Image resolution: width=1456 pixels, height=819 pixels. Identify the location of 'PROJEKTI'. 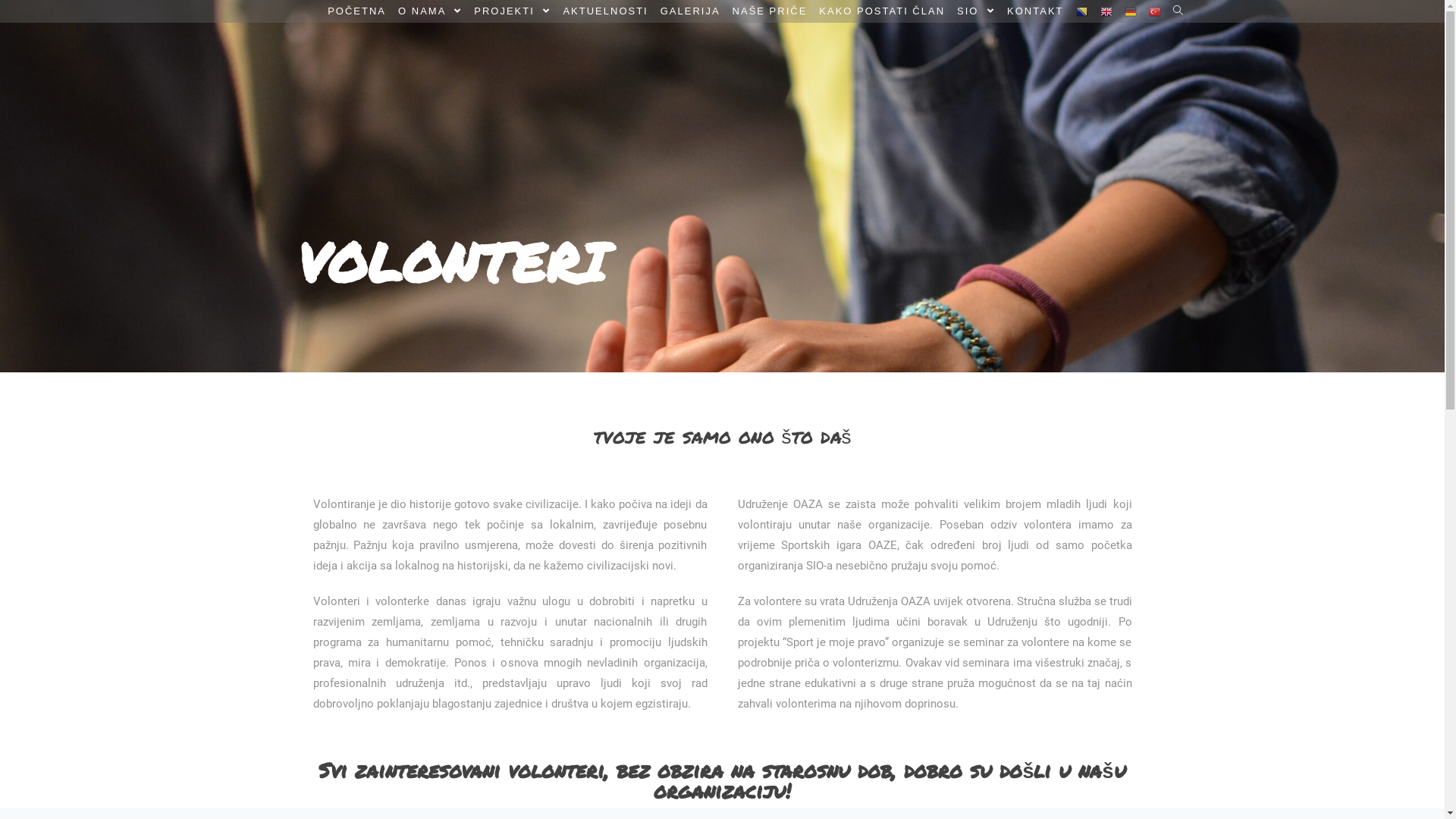
(467, 11).